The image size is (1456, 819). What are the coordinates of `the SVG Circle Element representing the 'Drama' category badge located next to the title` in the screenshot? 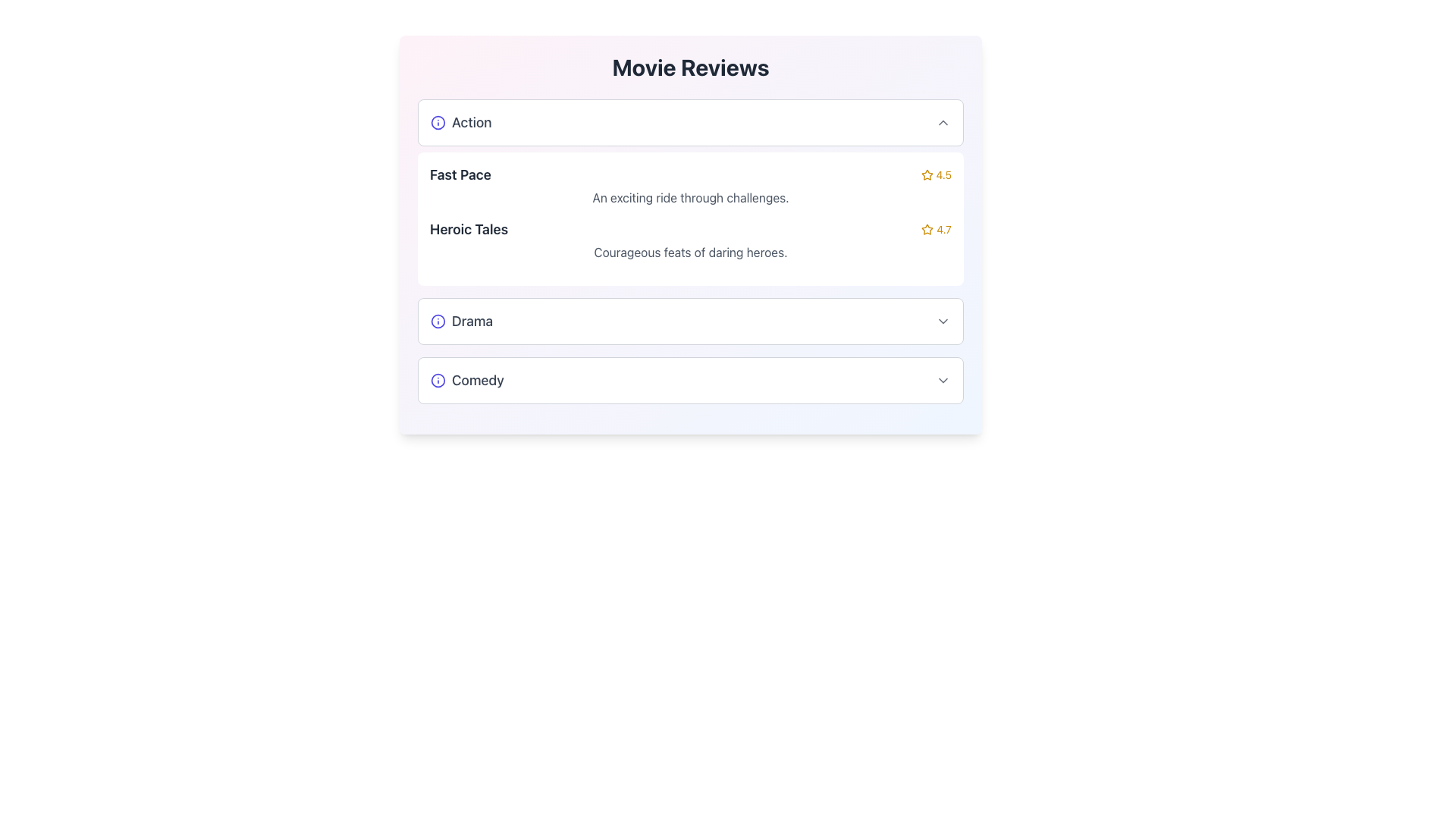 It's located at (437, 321).